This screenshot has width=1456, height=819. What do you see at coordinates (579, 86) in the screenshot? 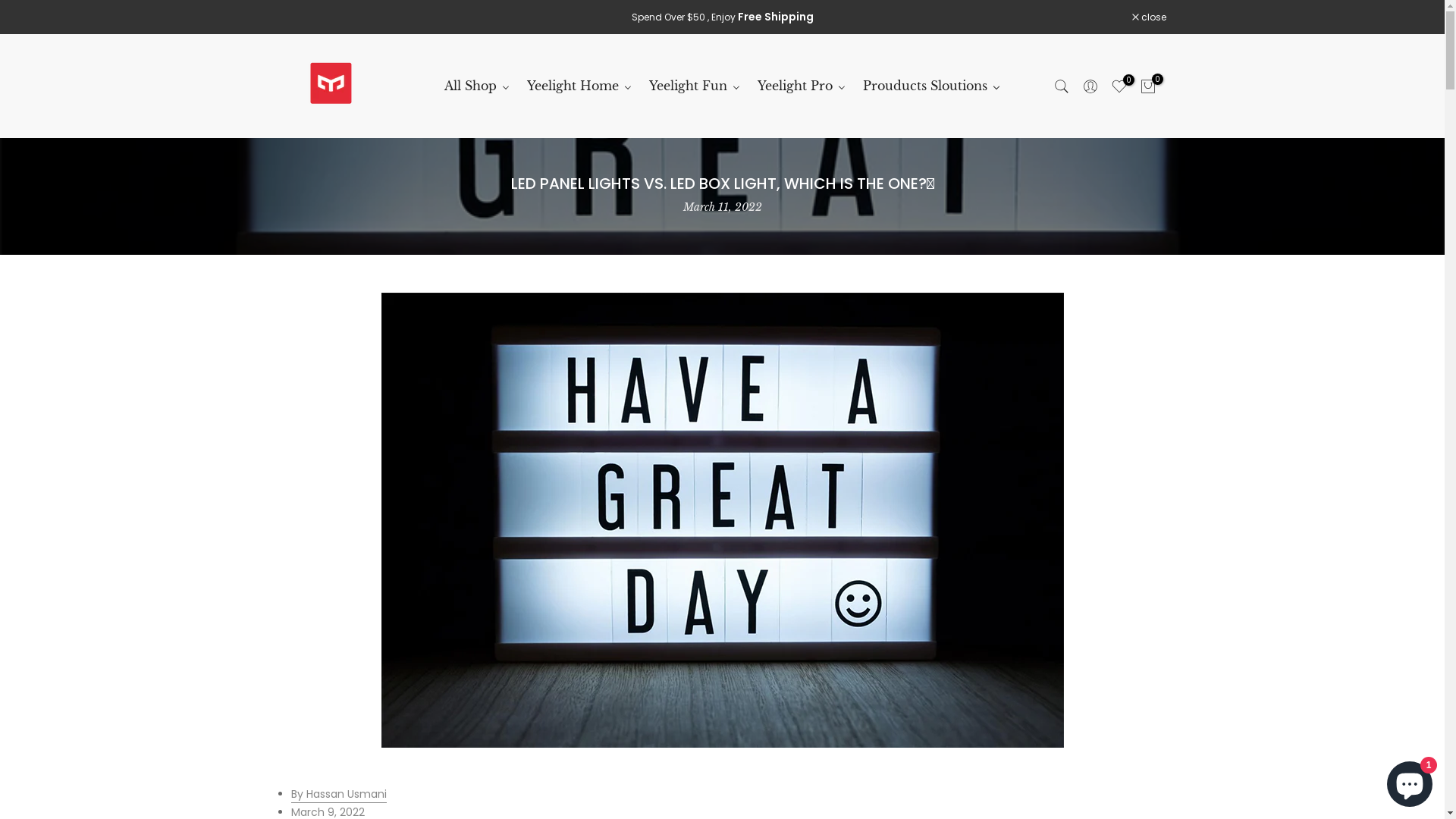
I see `'Yeelight Home'` at bounding box center [579, 86].